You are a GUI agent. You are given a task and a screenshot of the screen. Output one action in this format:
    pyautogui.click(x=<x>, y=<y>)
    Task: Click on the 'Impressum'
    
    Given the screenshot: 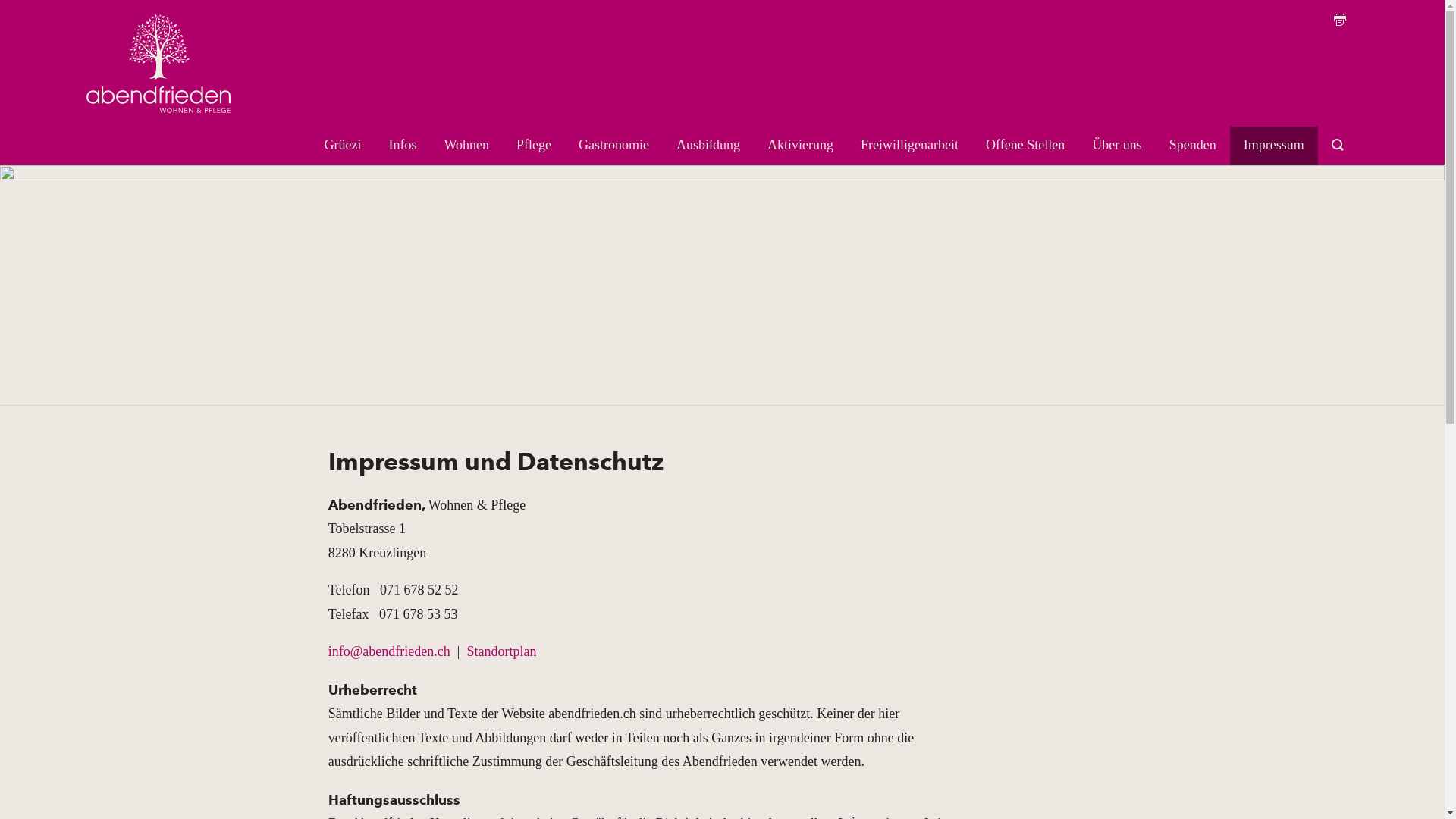 What is the action you would take?
    pyautogui.click(x=1274, y=146)
    